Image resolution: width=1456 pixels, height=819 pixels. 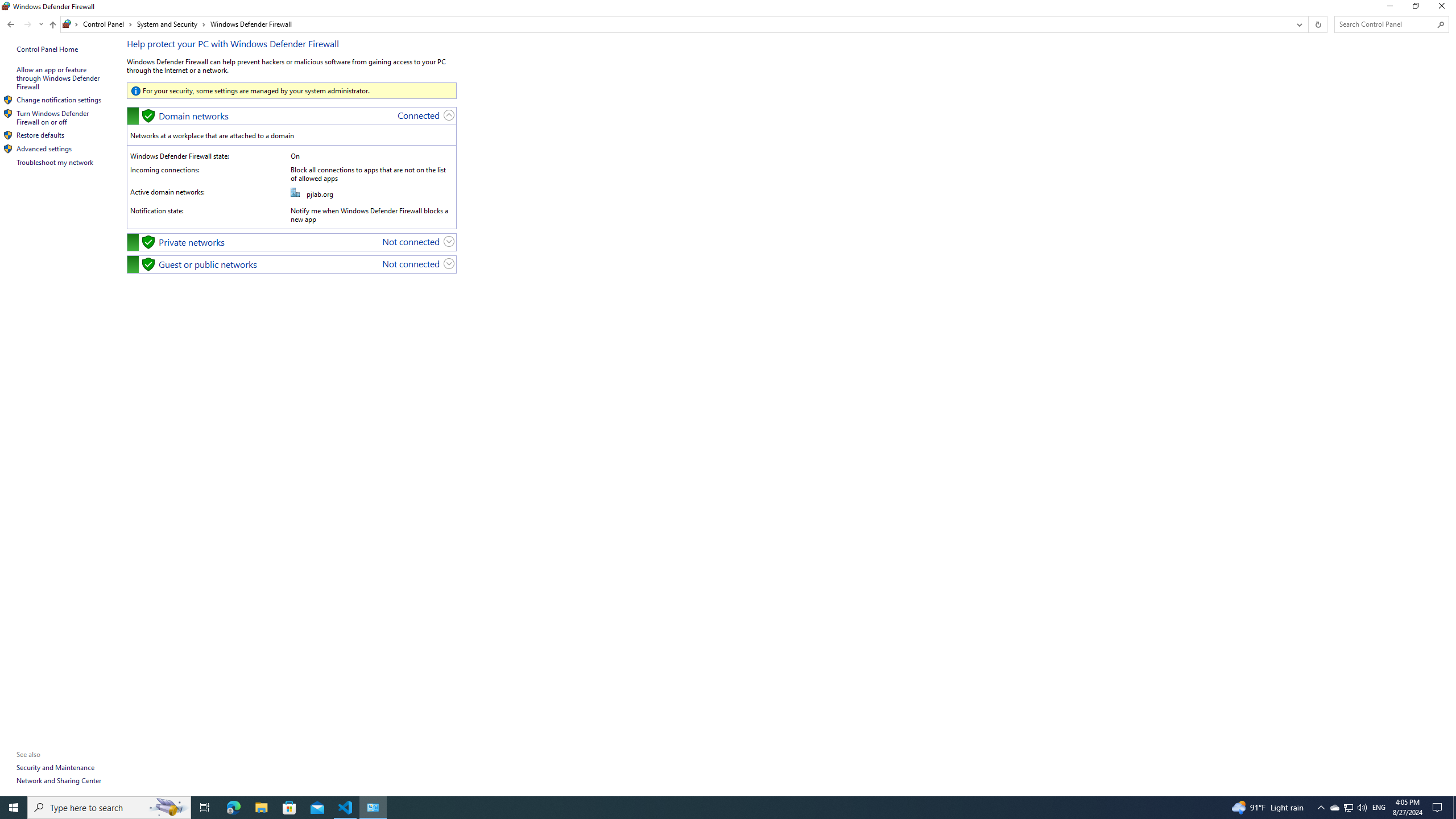 I want to click on 'System', so click(x=6, y=5).